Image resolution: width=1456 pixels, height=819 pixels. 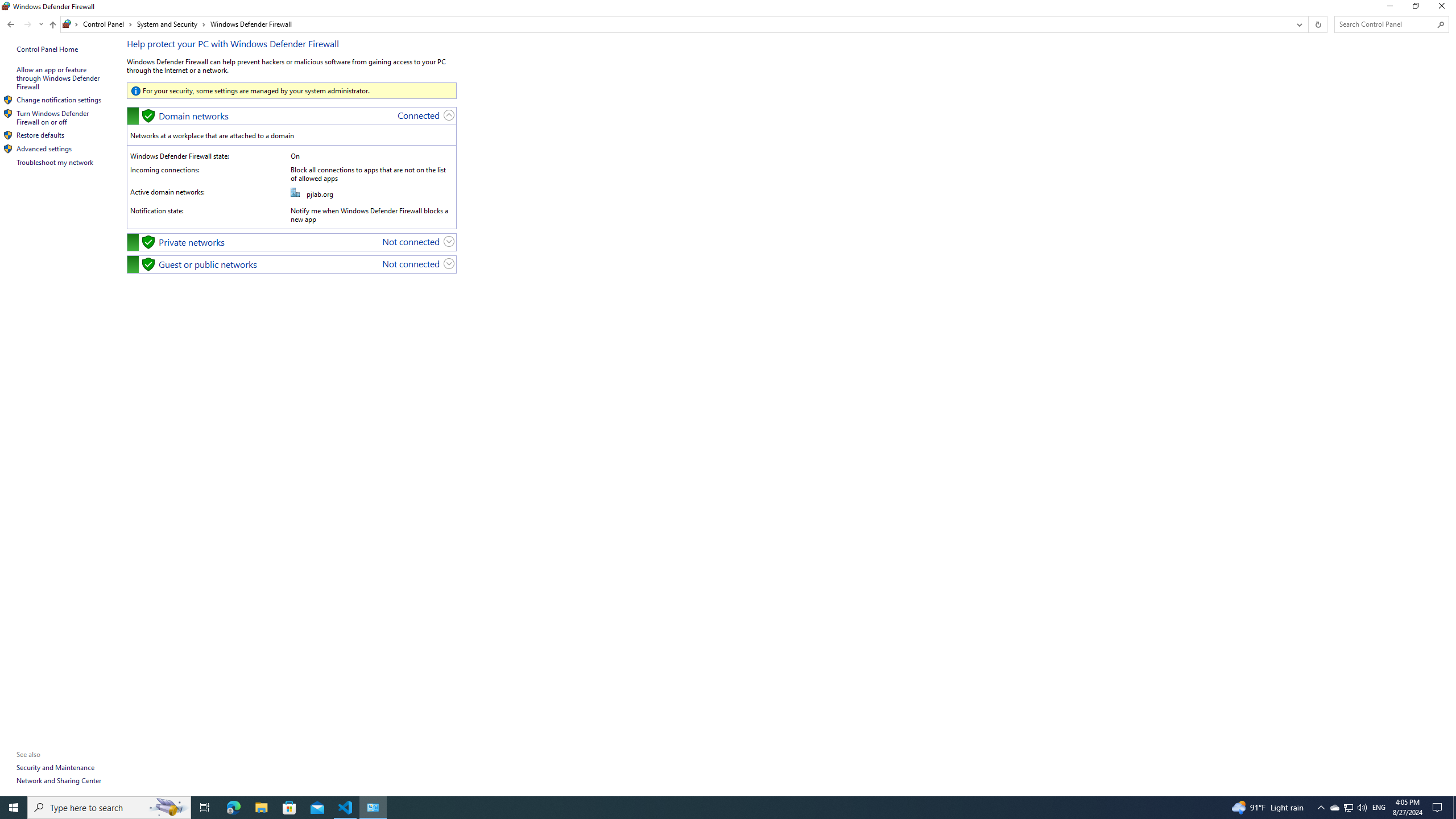 I want to click on 'System', so click(x=6, y=5).